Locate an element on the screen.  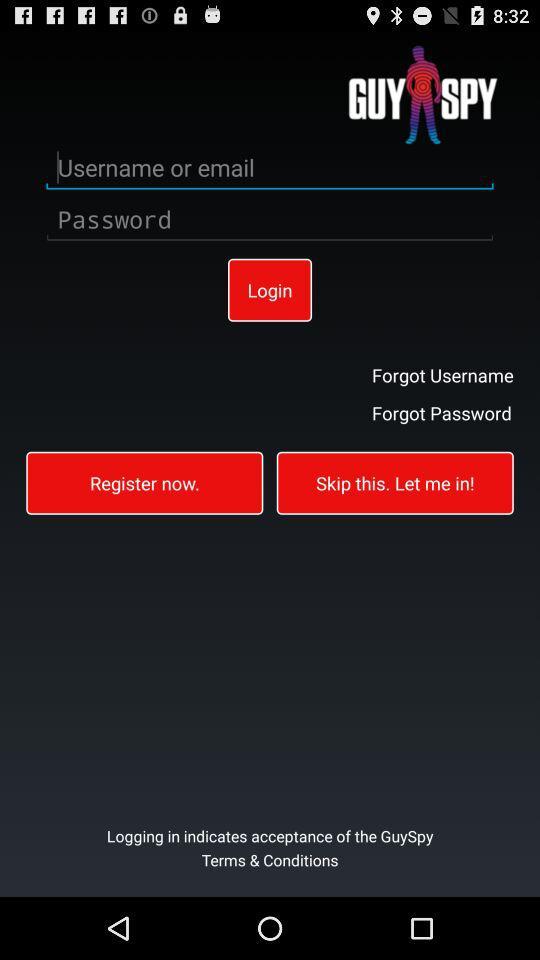
email is located at coordinates (270, 167).